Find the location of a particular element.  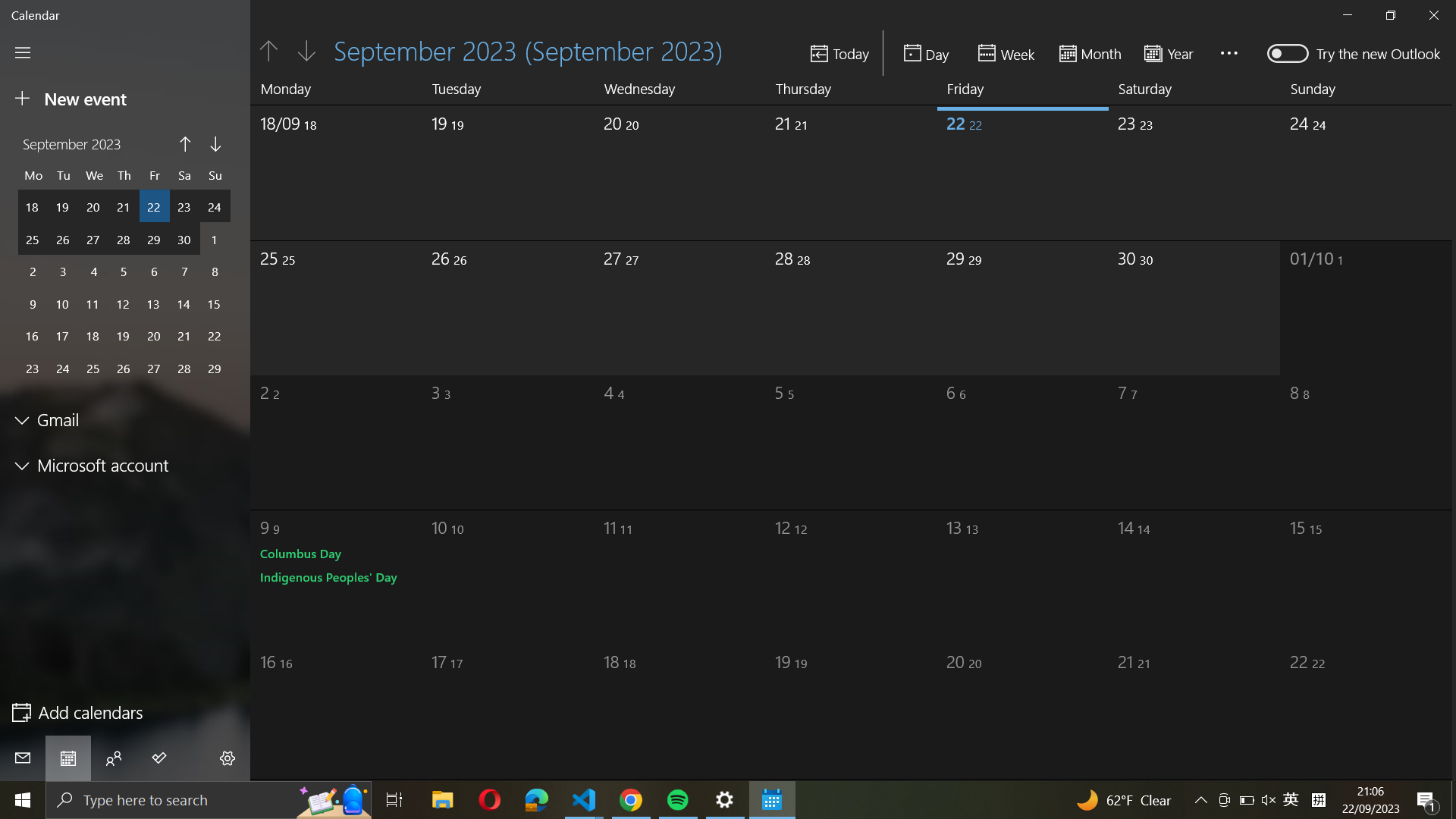

Inspect the emails connected to this particular calendar is located at coordinates (126, 420).